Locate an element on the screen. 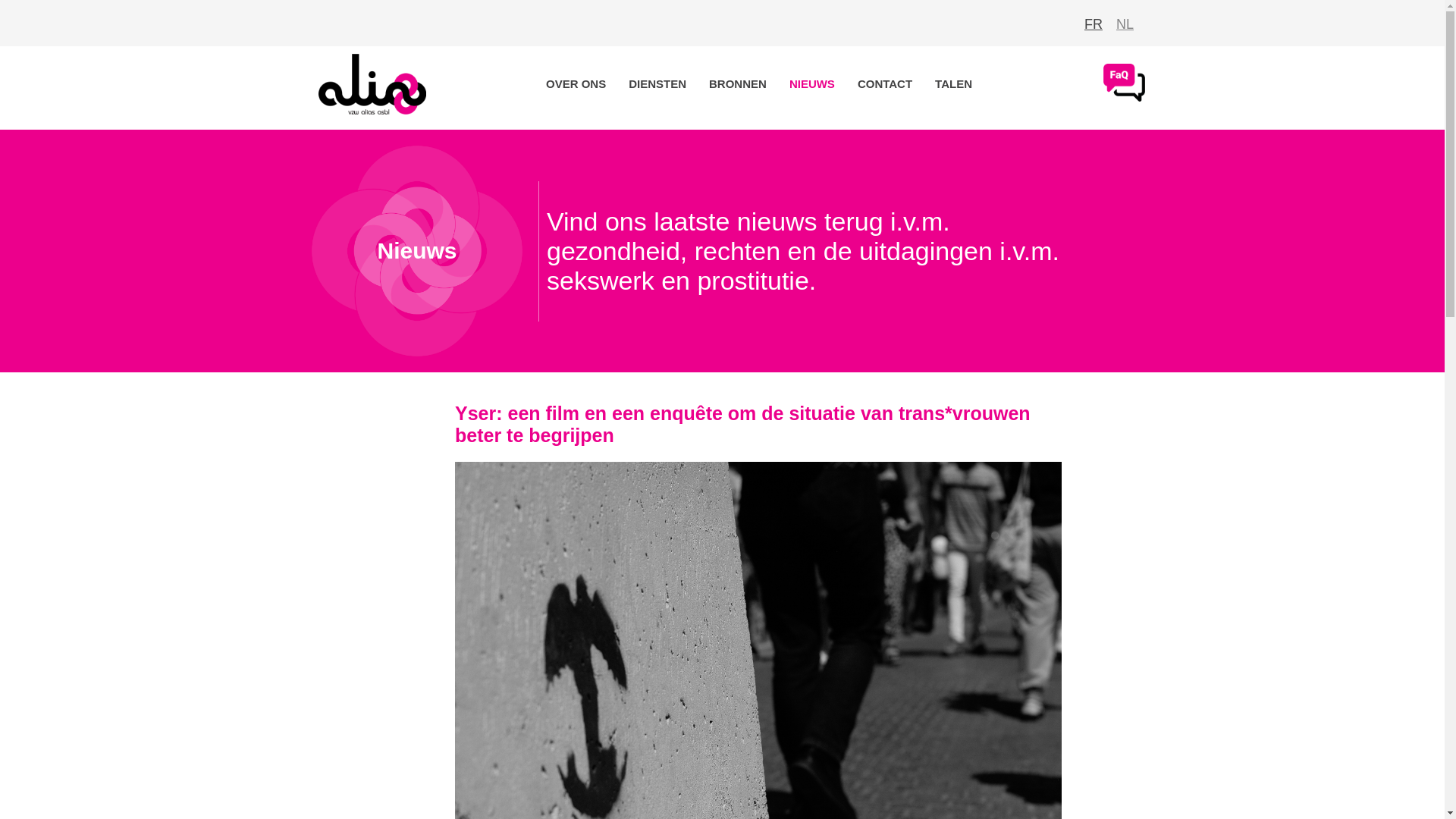  'NL' is located at coordinates (1116, 24).